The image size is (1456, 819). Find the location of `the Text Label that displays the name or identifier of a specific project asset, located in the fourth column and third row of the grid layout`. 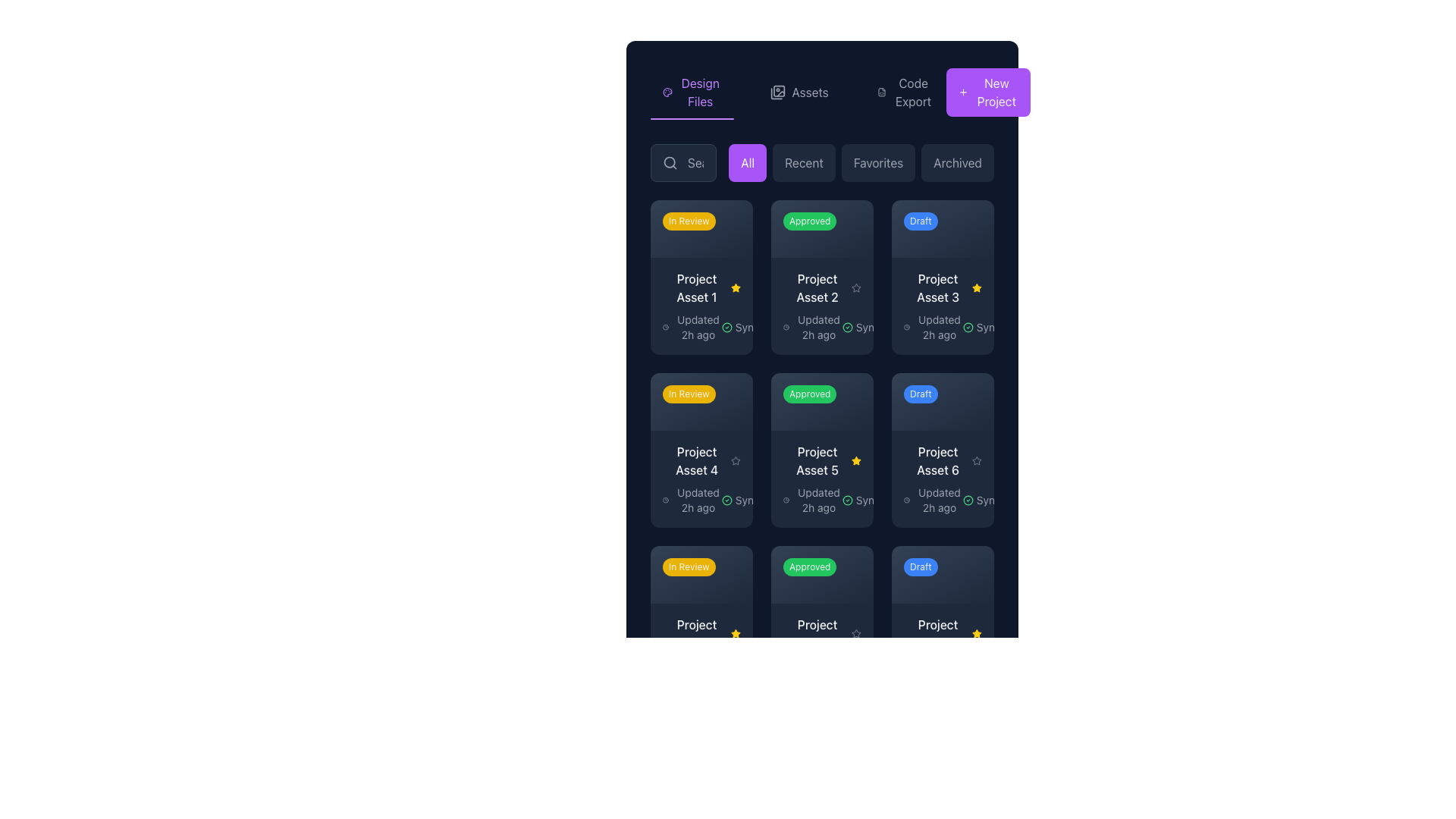

the Text Label that displays the name or identifier of a specific project asset, located in the fourth column and third row of the grid layout is located at coordinates (937, 633).